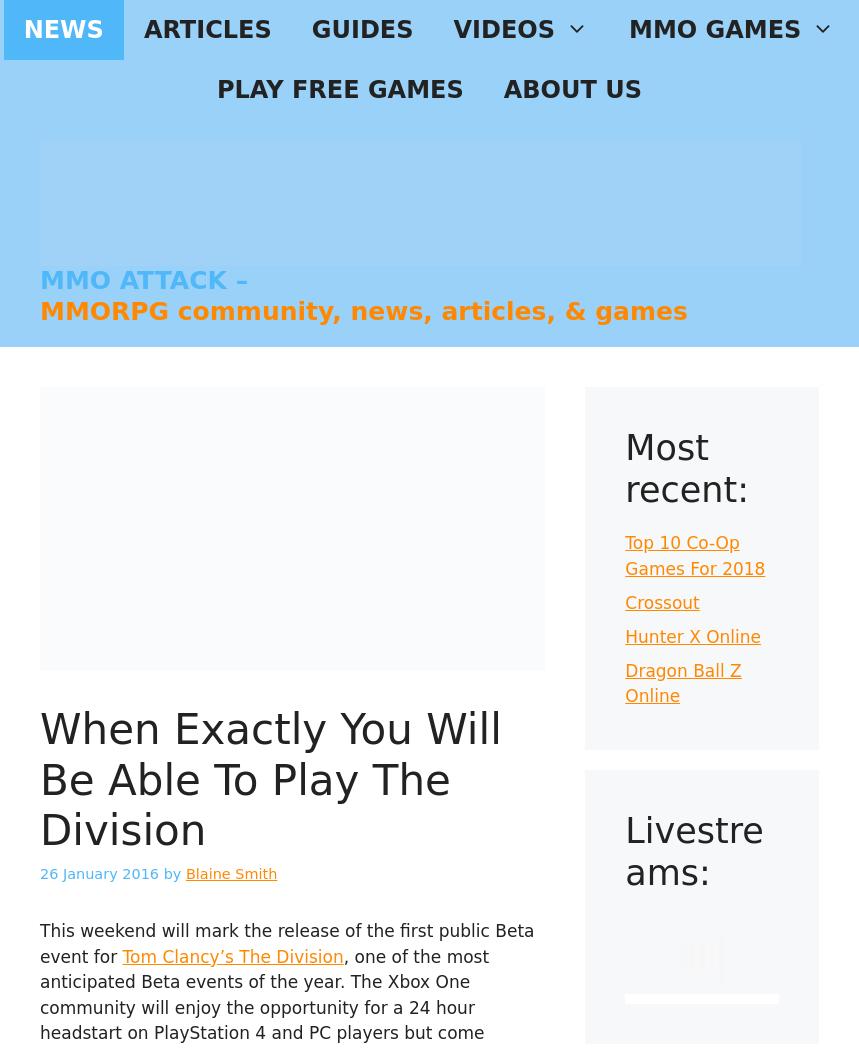 The height and width of the screenshot is (1050, 859). I want to click on 'Tom Clancy’s The Division', so click(232, 955).